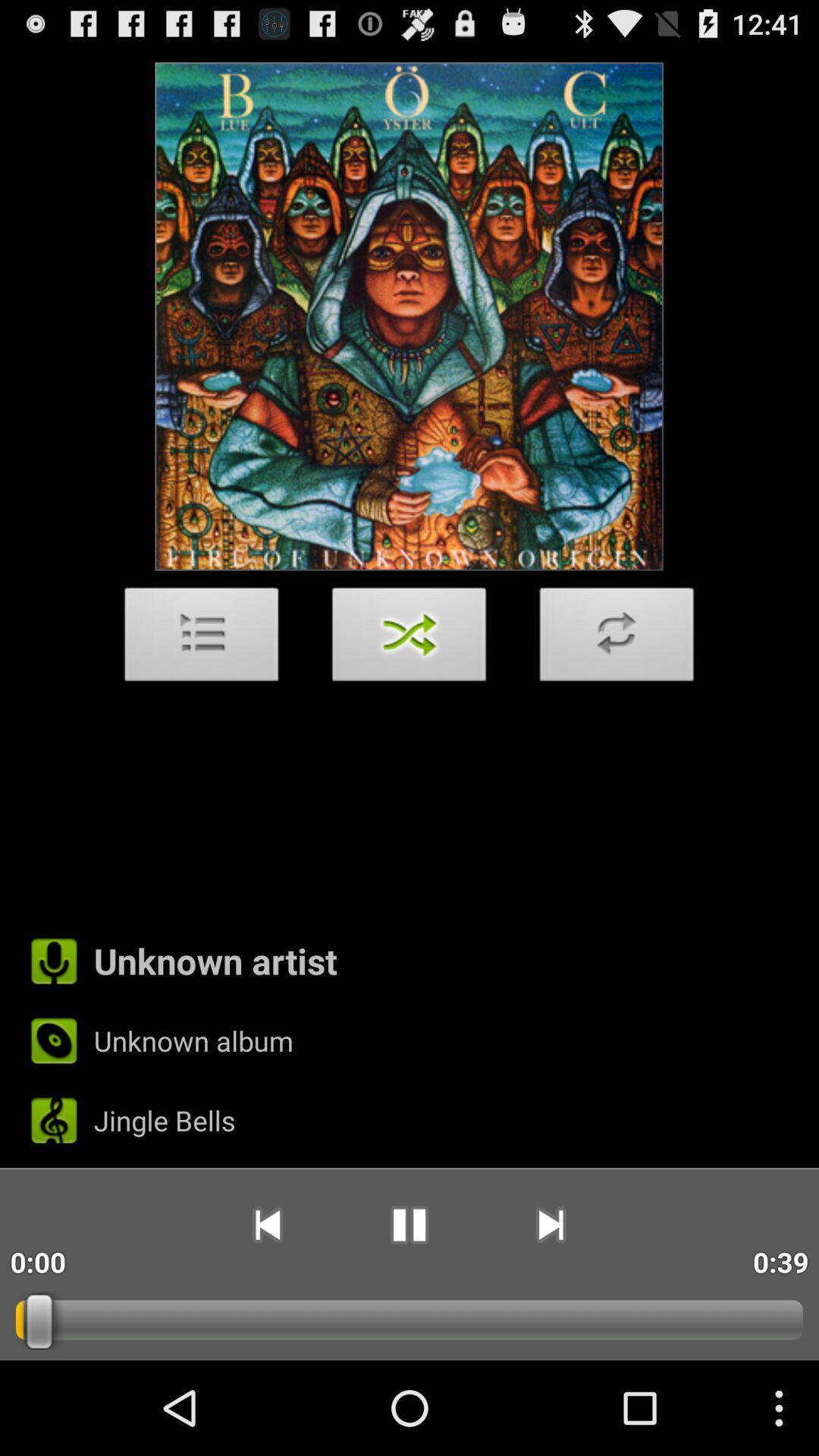 The image size is (819, 1456). Describe the element at coordinates (617, 639) in the screenshot. I see `app above the unknown artist icon` at that location.